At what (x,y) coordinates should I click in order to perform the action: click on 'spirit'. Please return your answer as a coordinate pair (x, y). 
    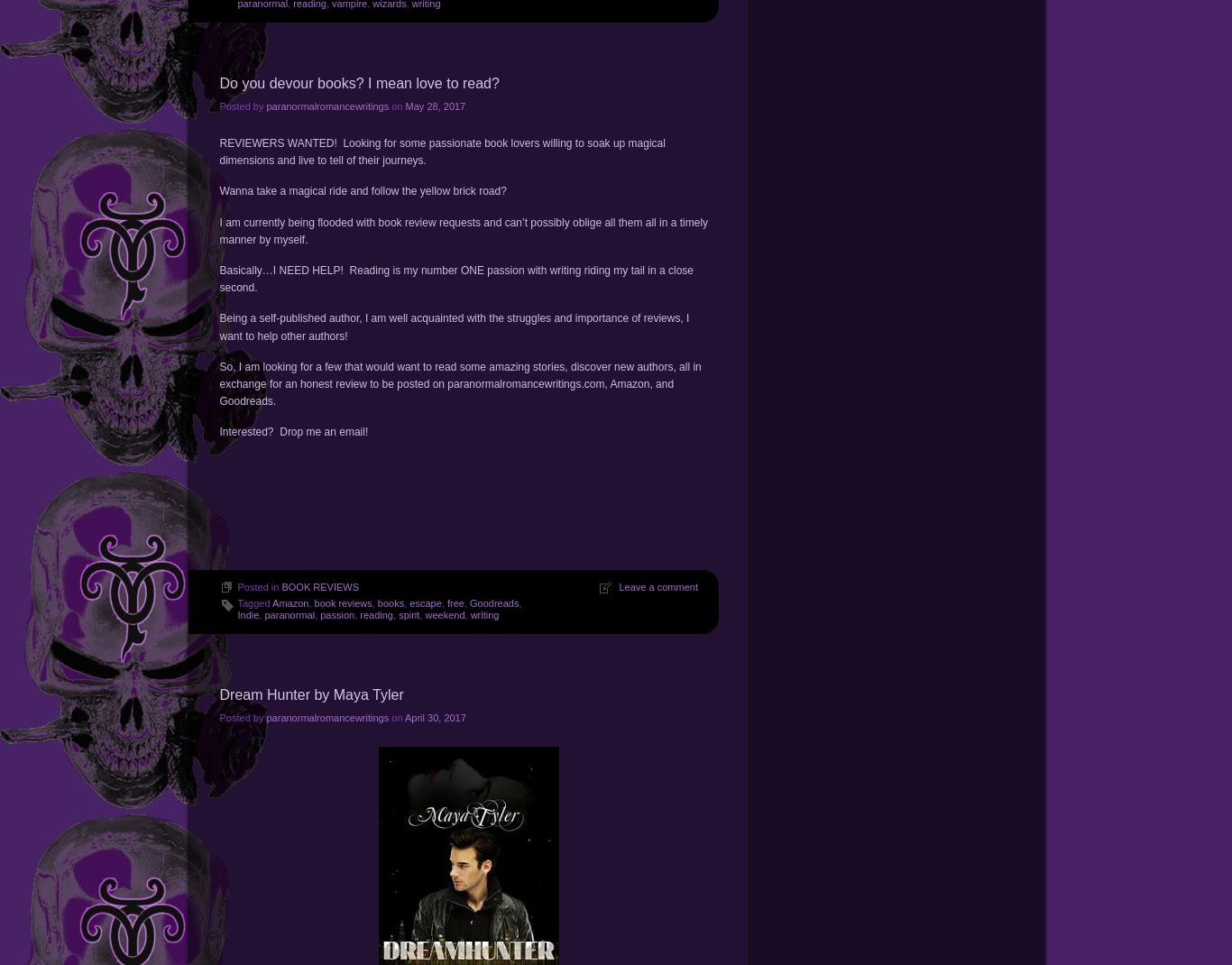
    Looking at the image, I should click on (408, 615).